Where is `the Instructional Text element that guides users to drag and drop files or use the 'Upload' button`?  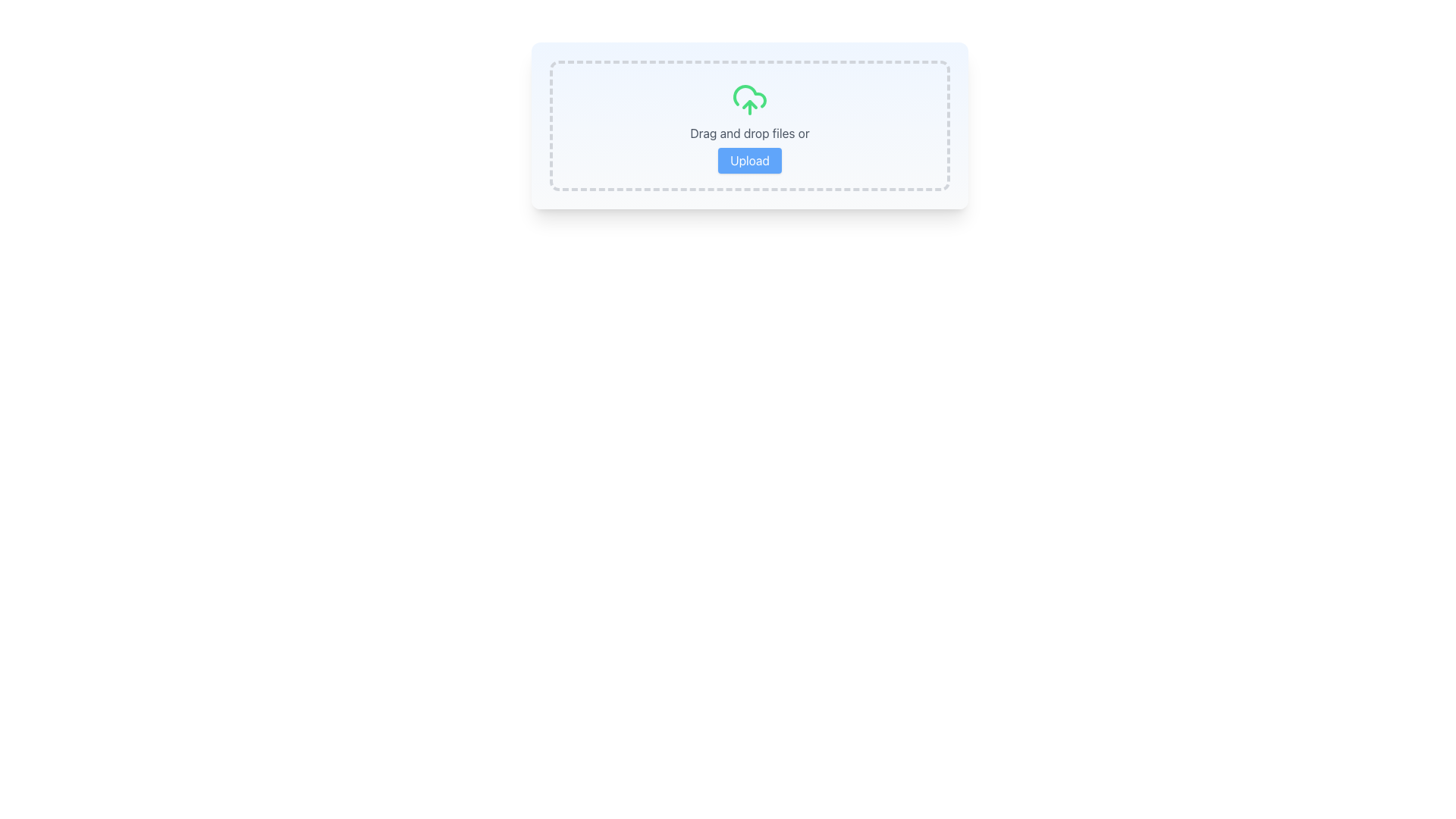 the Instructional Text element that guides users to drag and drop files or use the 'Upload' button is located at coordinates (749, 133).